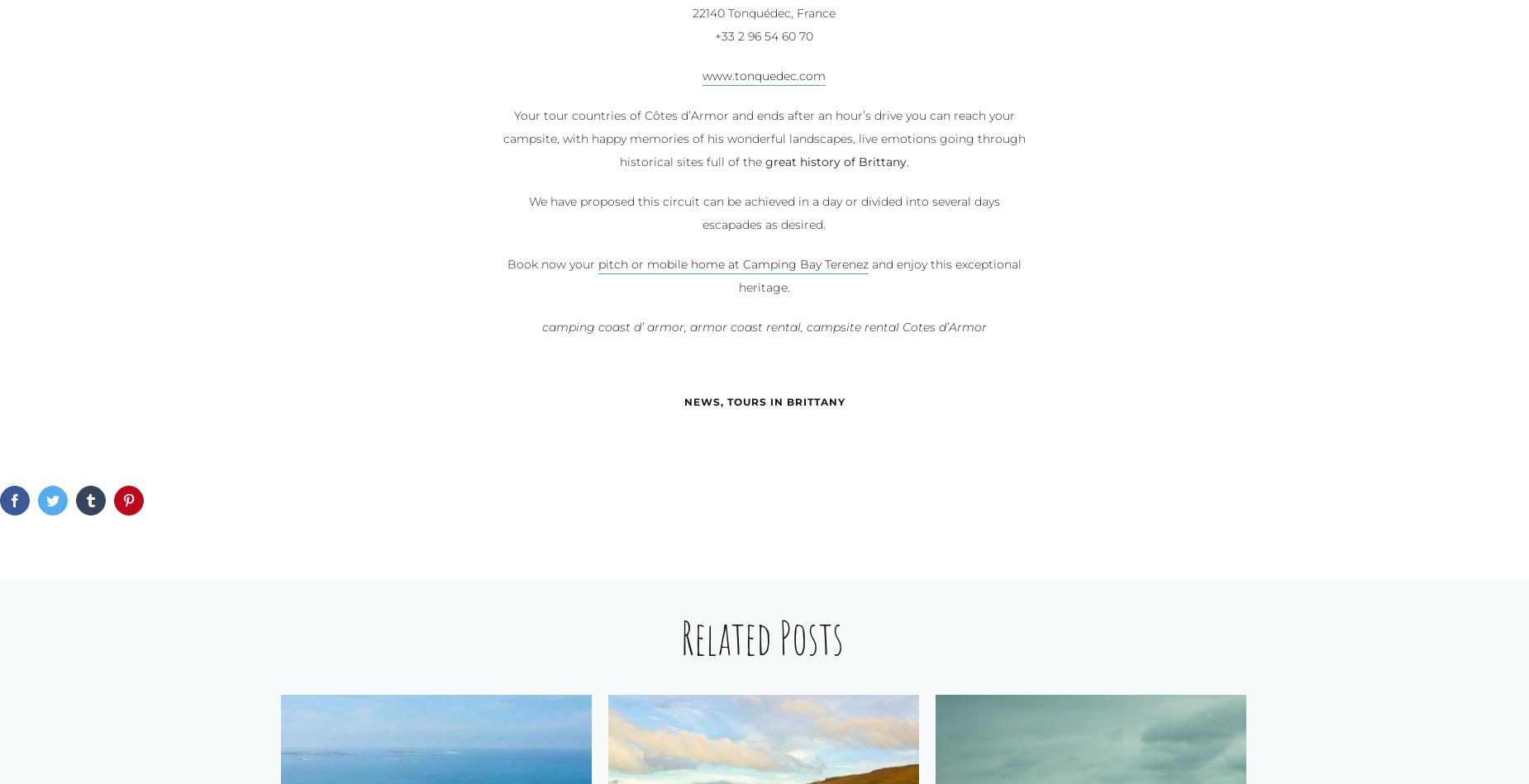 The image size is (1529, 784). I want to click on 'Your tour countries of Côtes d’Armor and ends after an hour’s drive you can reach your campsite, with happy memories of his wonderful landscapes, live emotions going through historical sites full of the', so click(502, 139).